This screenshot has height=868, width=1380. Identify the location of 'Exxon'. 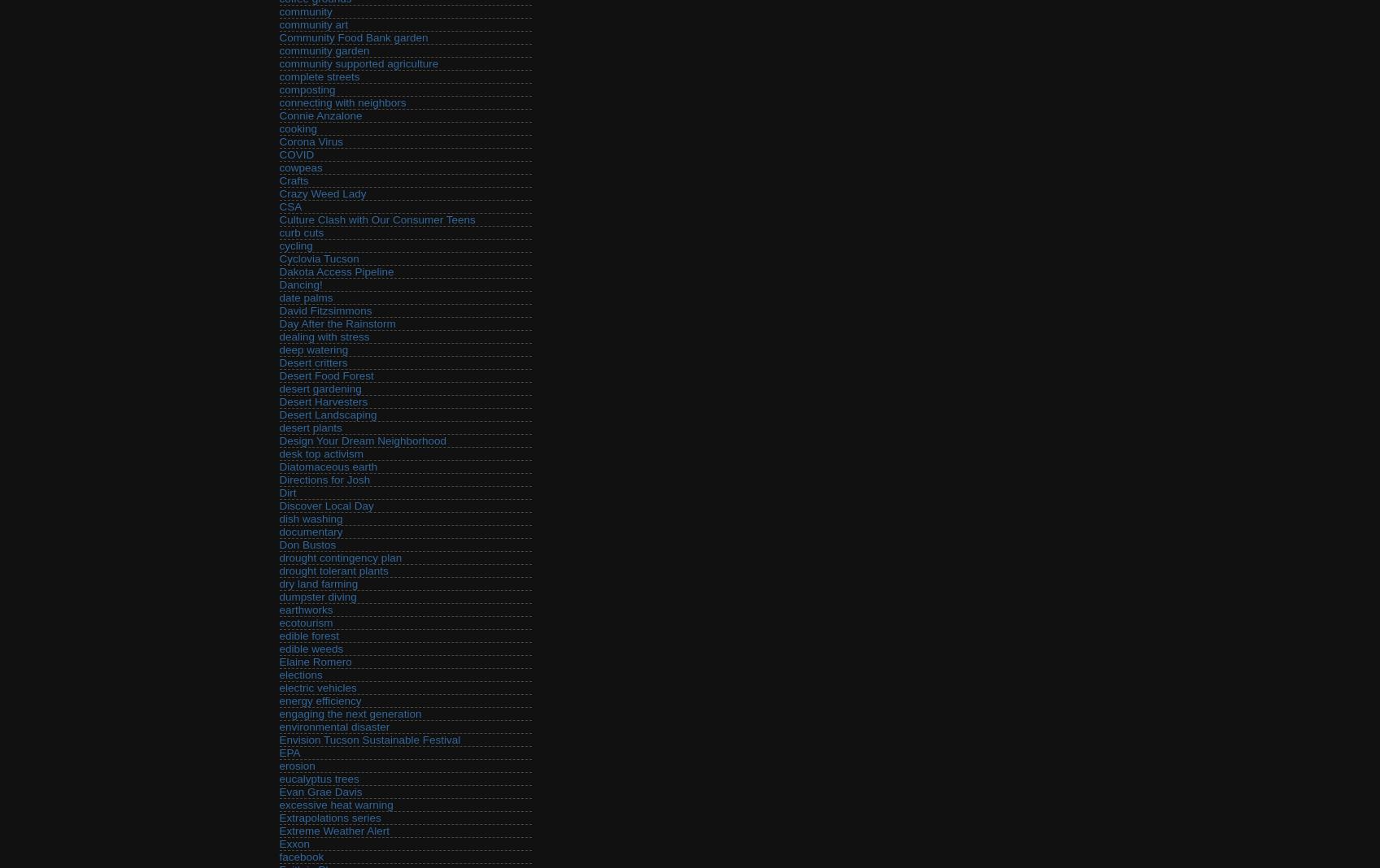
(294, 844).